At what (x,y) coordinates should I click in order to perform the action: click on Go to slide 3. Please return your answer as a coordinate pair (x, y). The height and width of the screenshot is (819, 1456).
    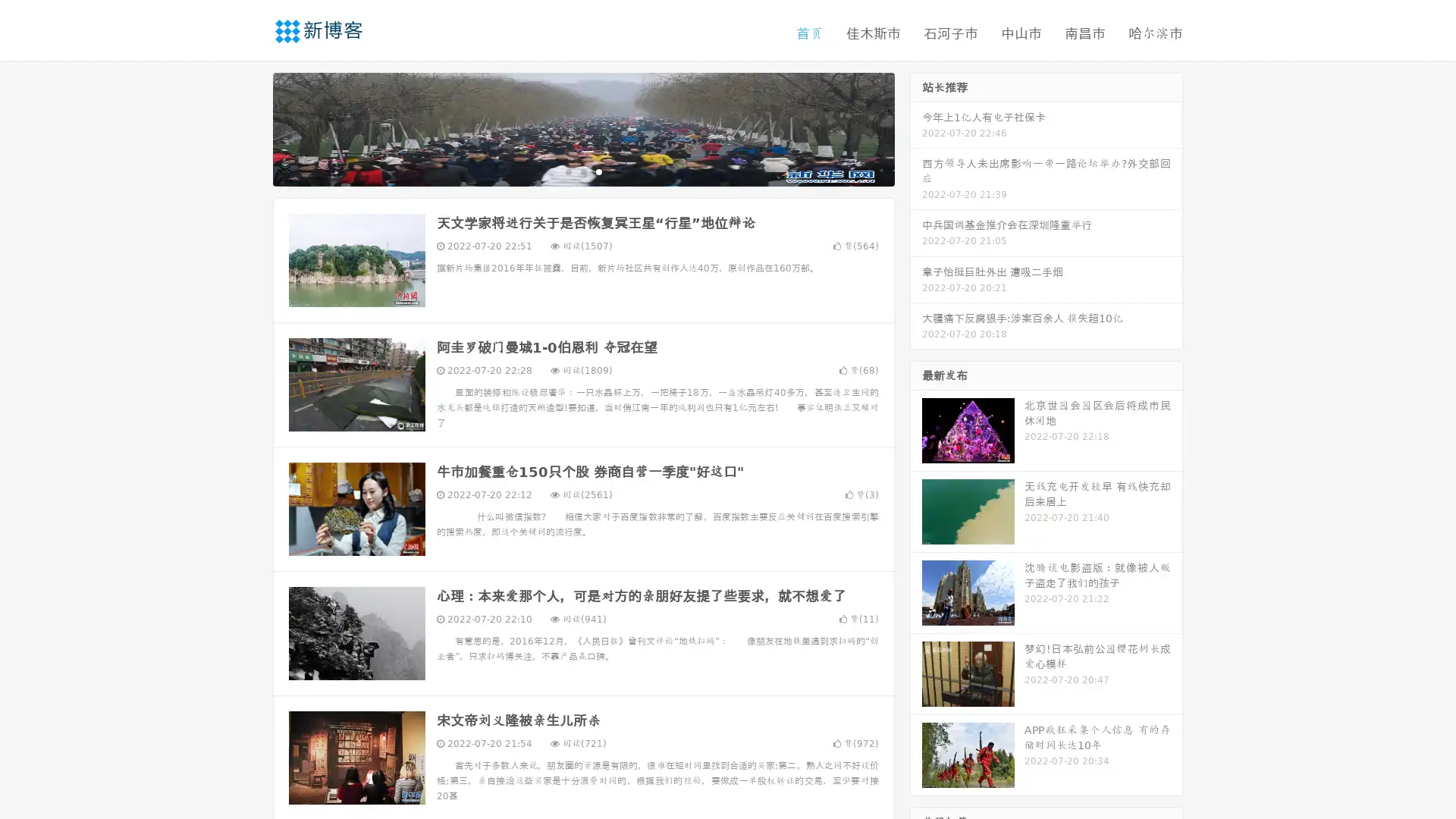
    Looking at the image, I should click on (598, 171).